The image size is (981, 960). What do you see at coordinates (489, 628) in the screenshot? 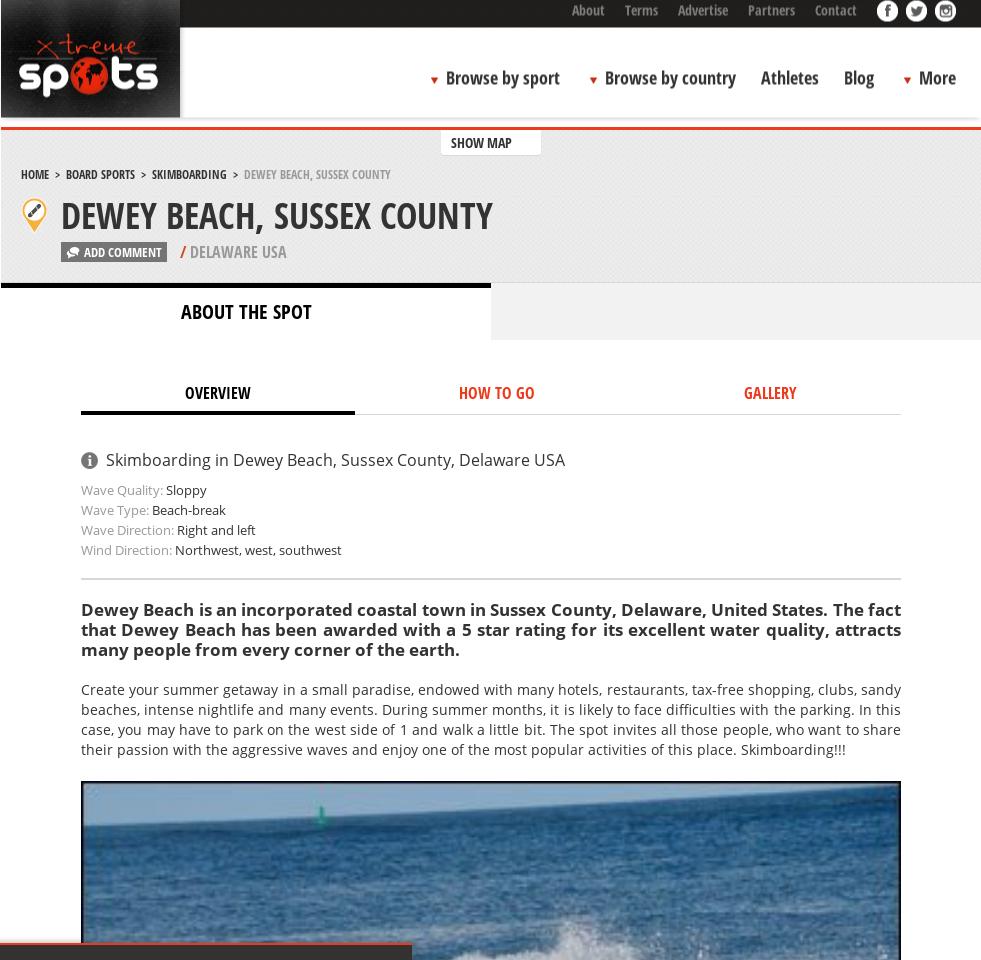
I see `'Dewey Beach is an incorporated coastal town in Sussex County, Delaware, United States. The fact that Dewey Beach has been awarded with a 5 star rating for its excellent water quality, attracts many people from every corner of the earth.'` at bounding box center [489, 628].